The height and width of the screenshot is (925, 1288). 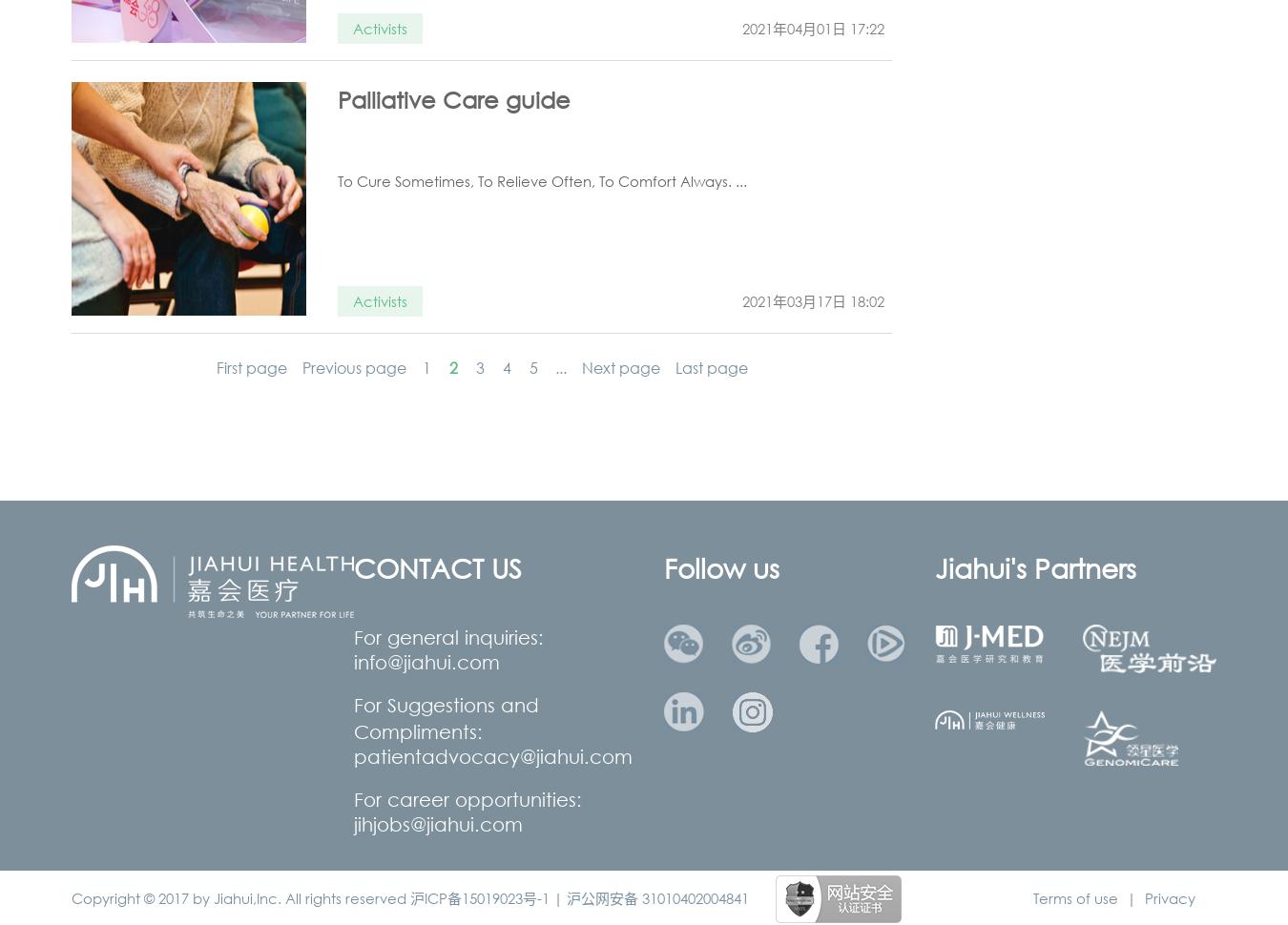 I want to click on 'Previous page', so click(x=301, y=366).